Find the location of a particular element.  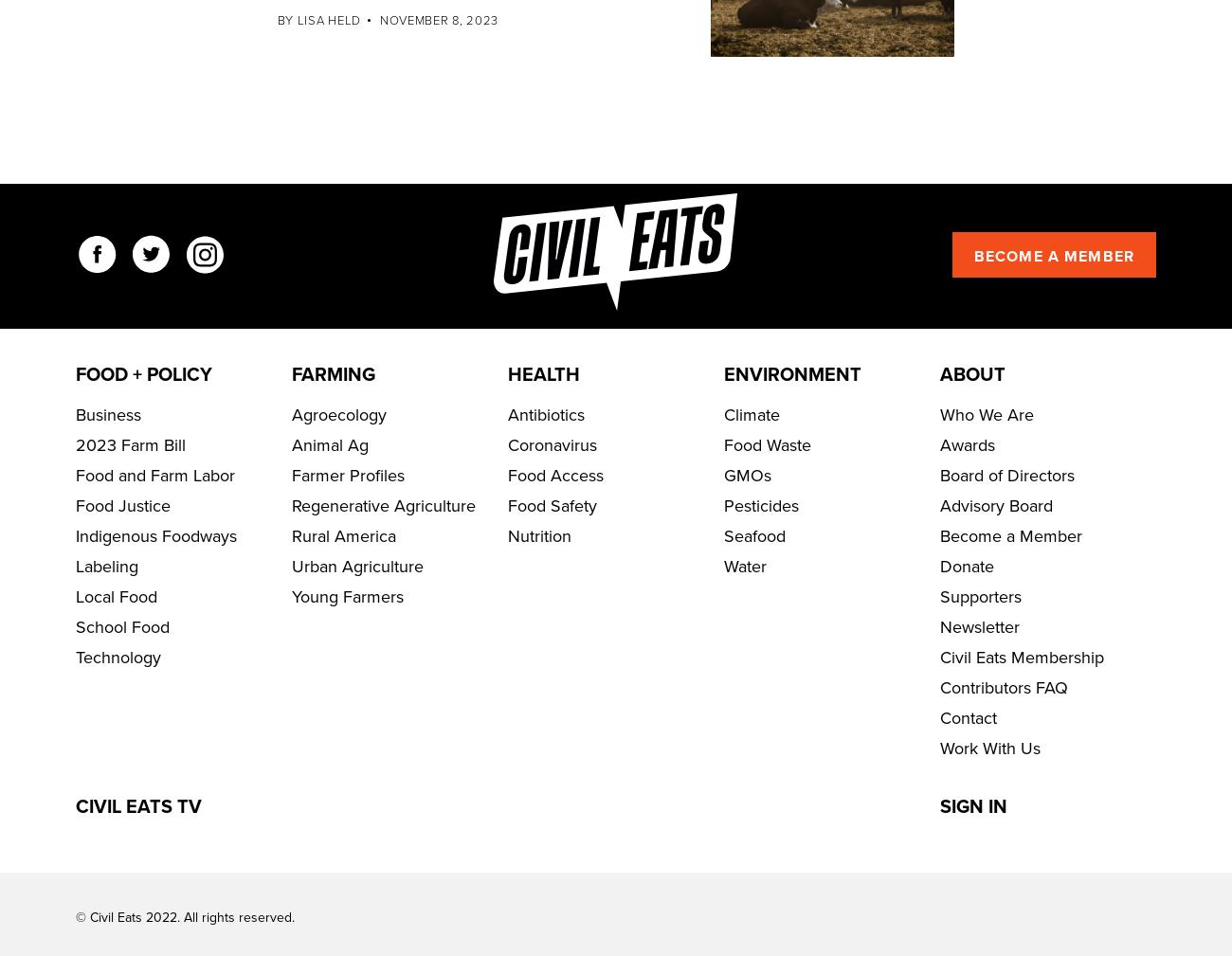

'Contact' is located at coordinates (968, 774).